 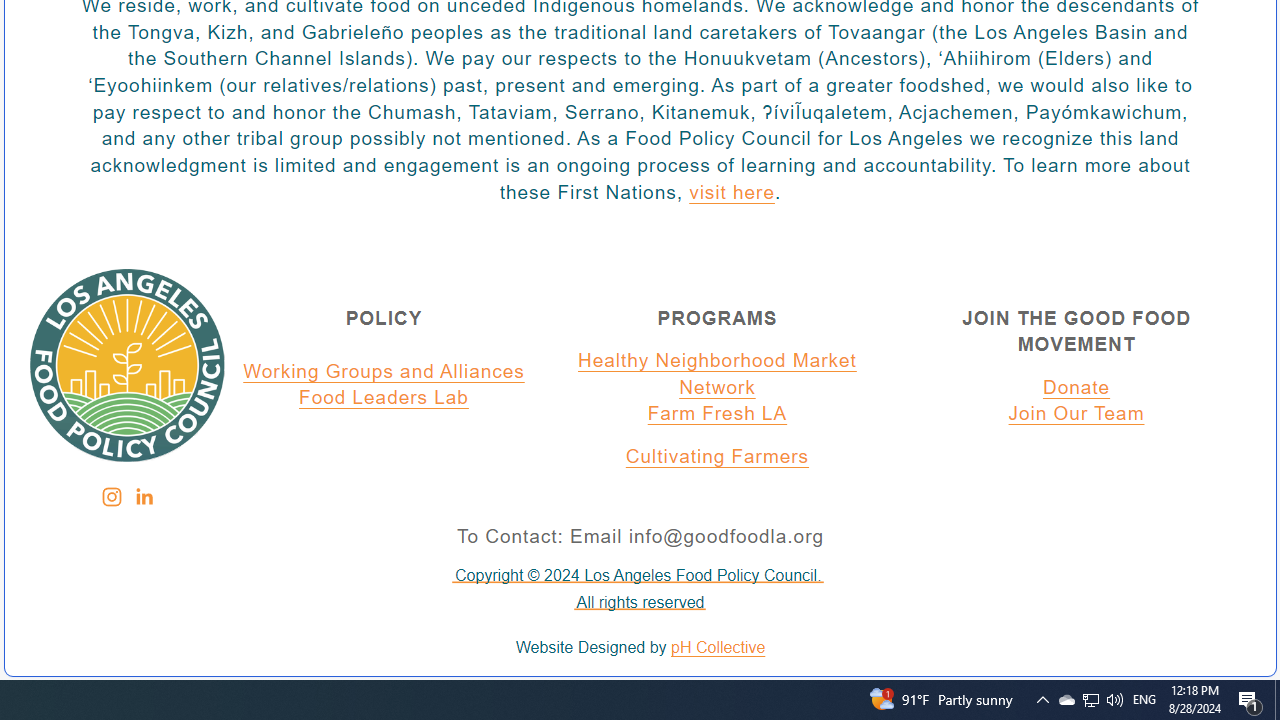 What do you see at coordinates (717, 457) in the screenshot?
I see `'Cultivating Farmers '` at bounding box center [717, 457].